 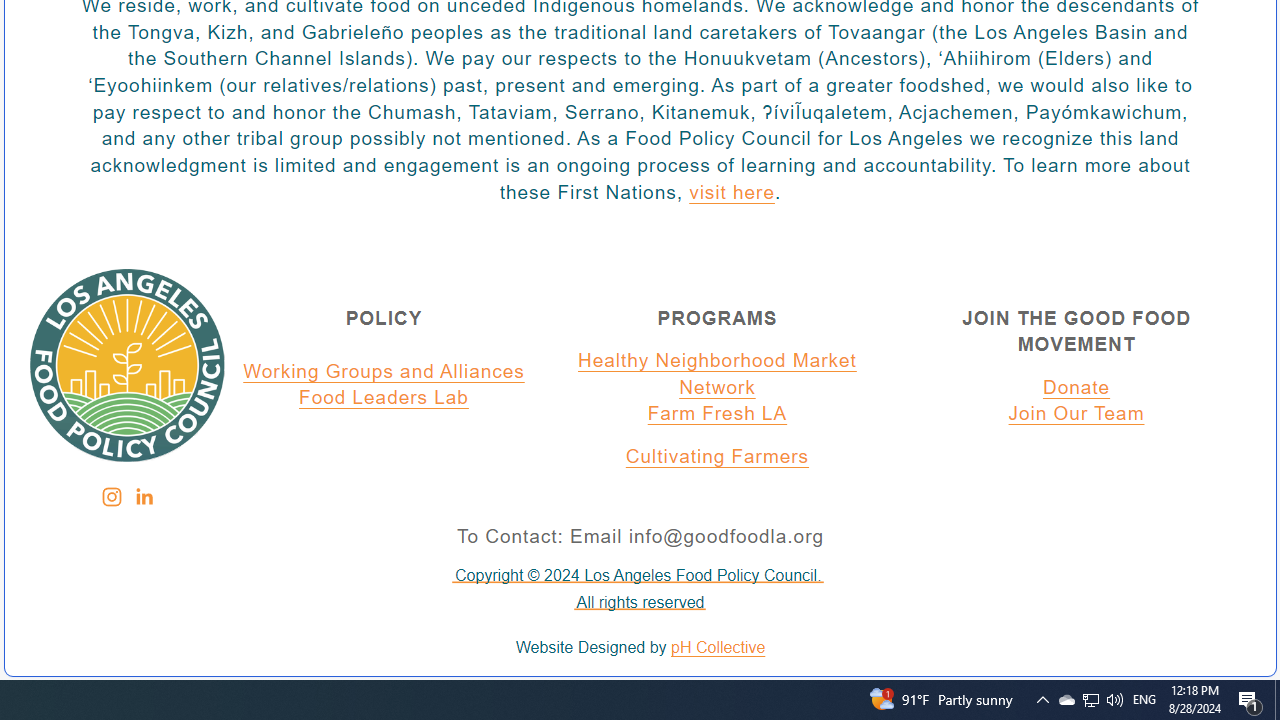 What do you see at coordinates (717, 457) in the screenshot?
I see `'Cultivating Farmers '` at bounding box center [717, 457].